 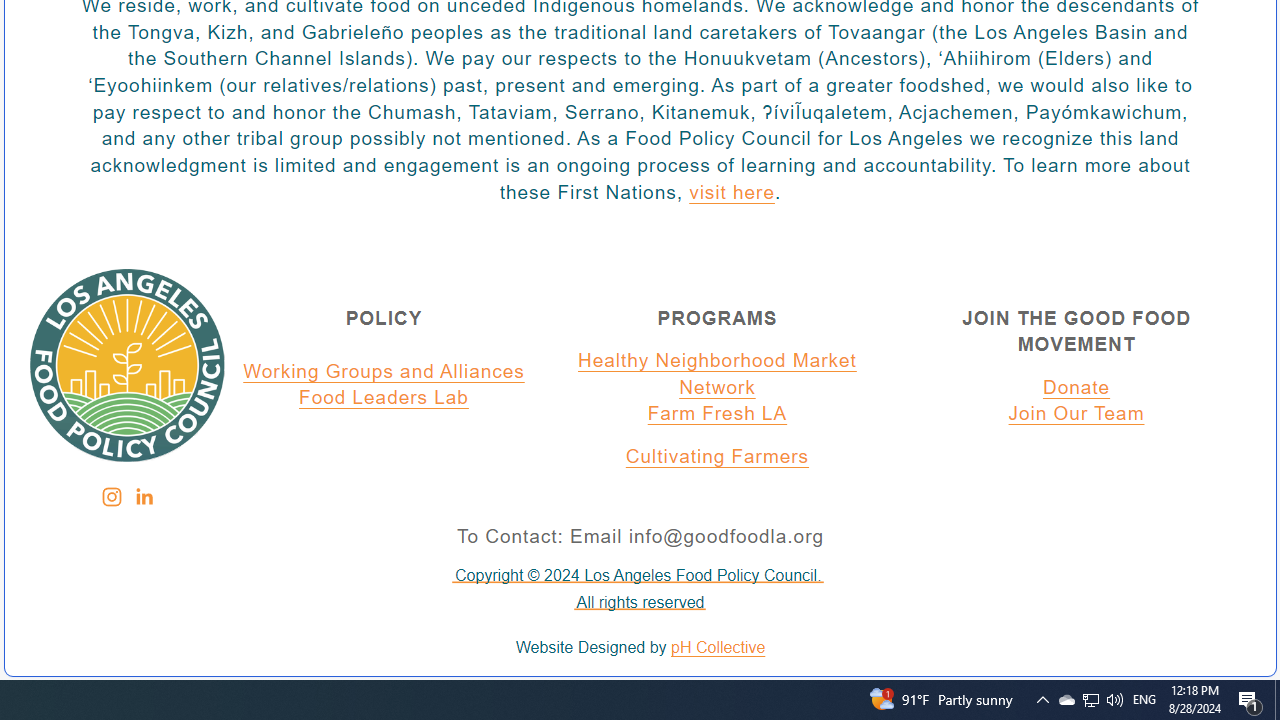 What do you see at coordinates (717, 457) in the screenshot?
I see `'Cultivating Farmers '` at bounding box center [717, 457].